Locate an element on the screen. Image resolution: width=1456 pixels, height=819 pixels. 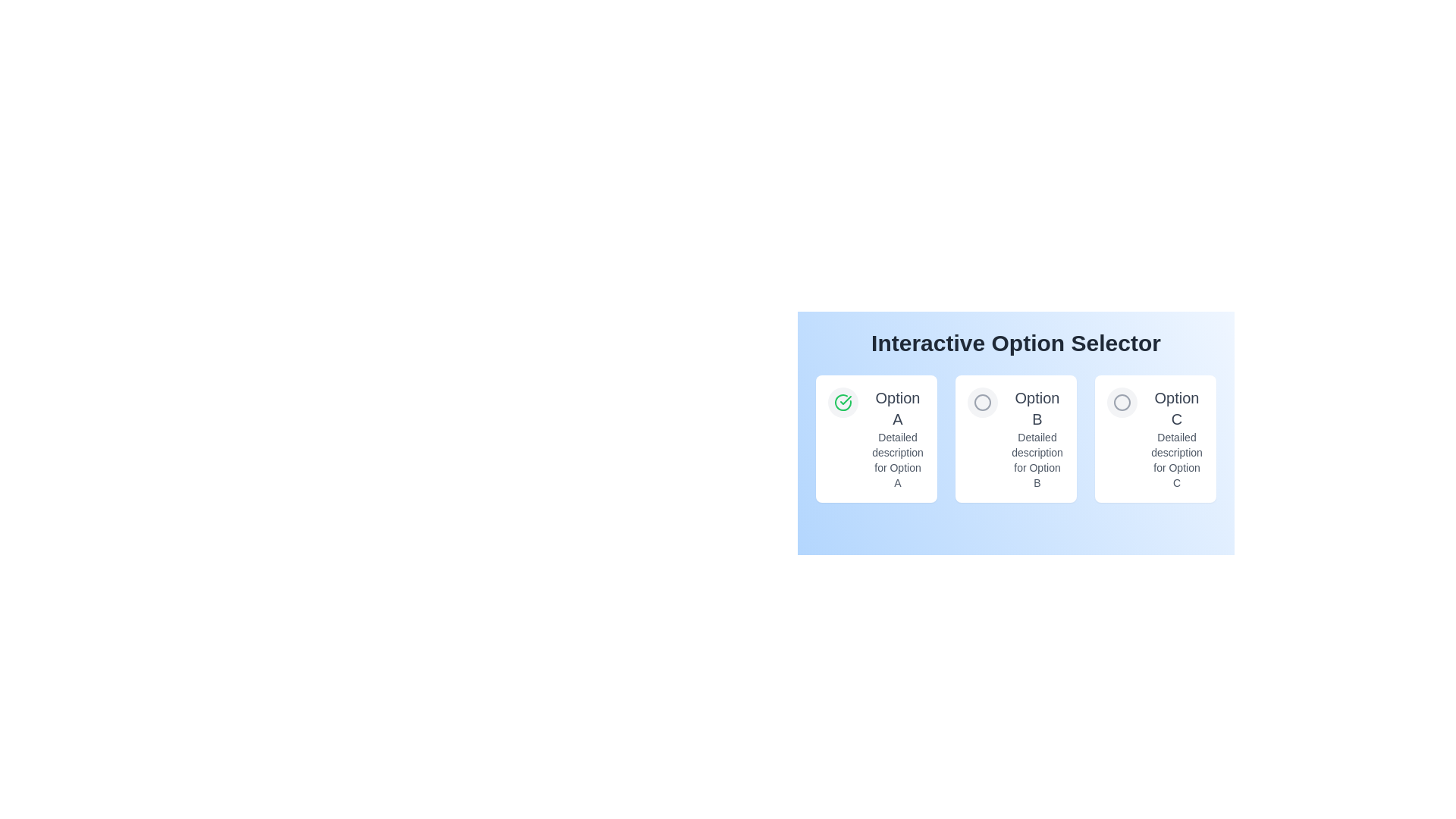
the static text block displaying 'Detailed description for Option C', which is styled in a smaller, gray font and located below the 'Option C' label in the third option box is located at coordinates (1175, 459).